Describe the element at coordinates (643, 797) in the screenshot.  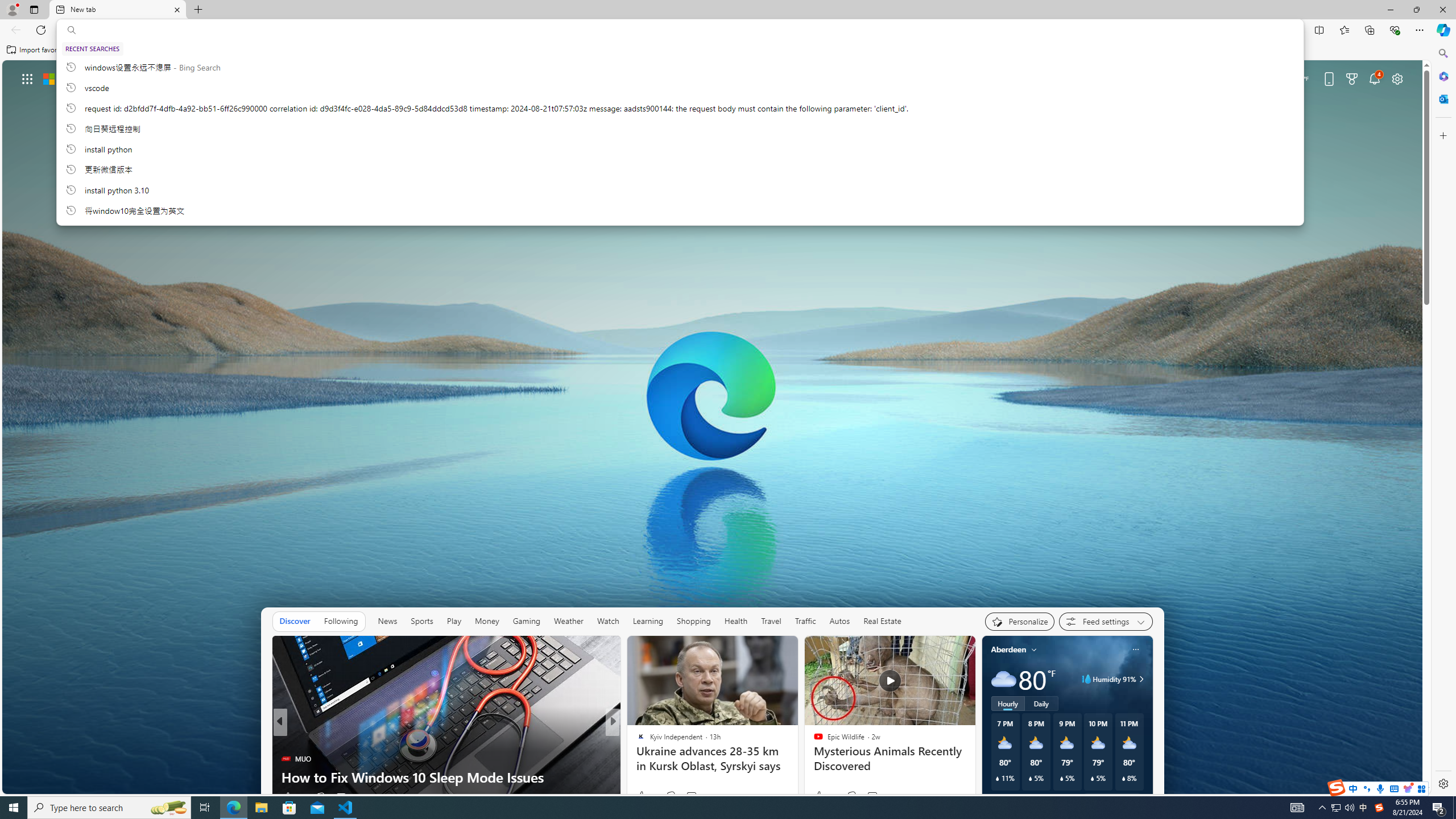
I see `'745 Like'` at that location.